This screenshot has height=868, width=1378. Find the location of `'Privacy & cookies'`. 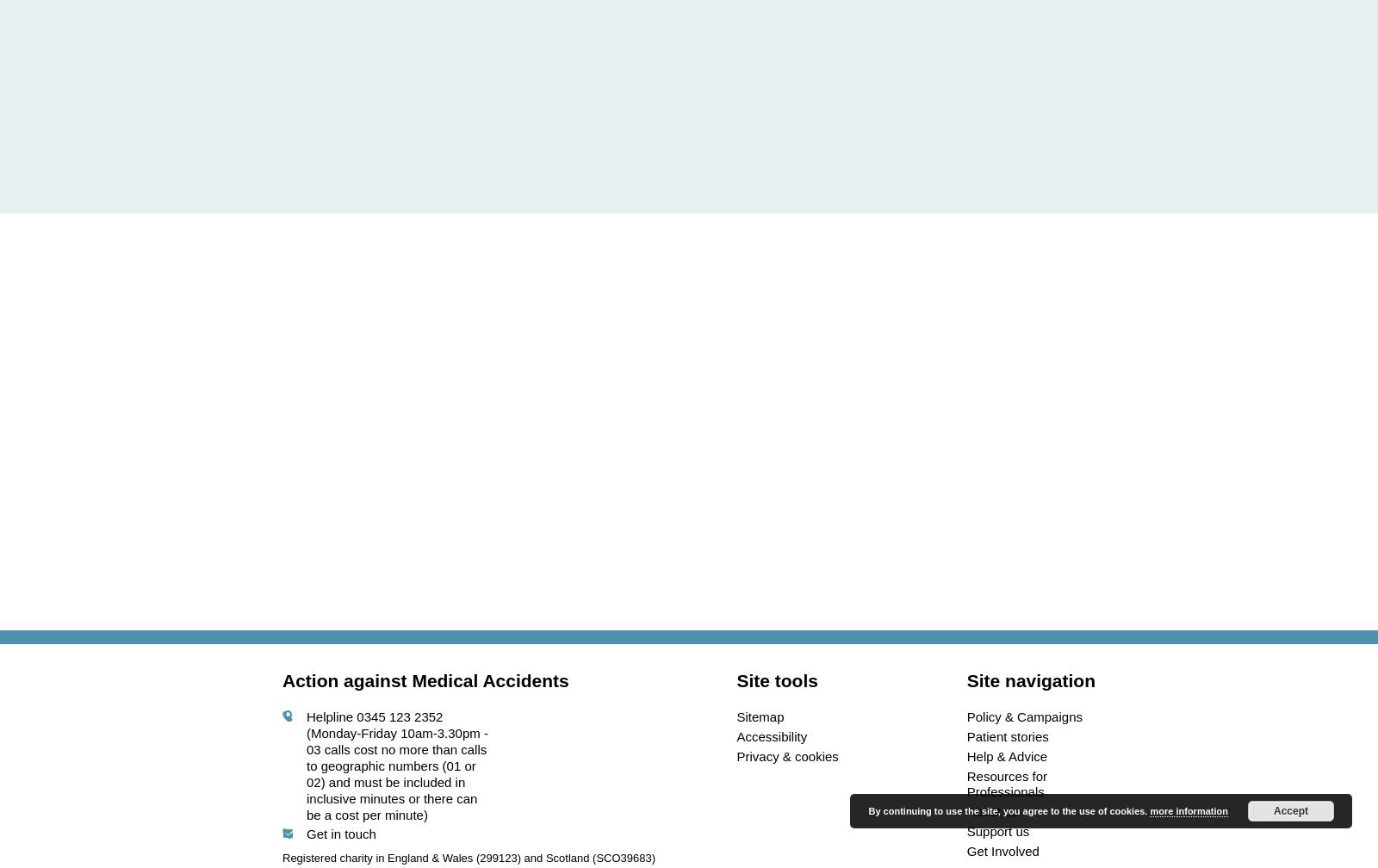

'Privacy & cookies' is located at coordinates (786, 755).